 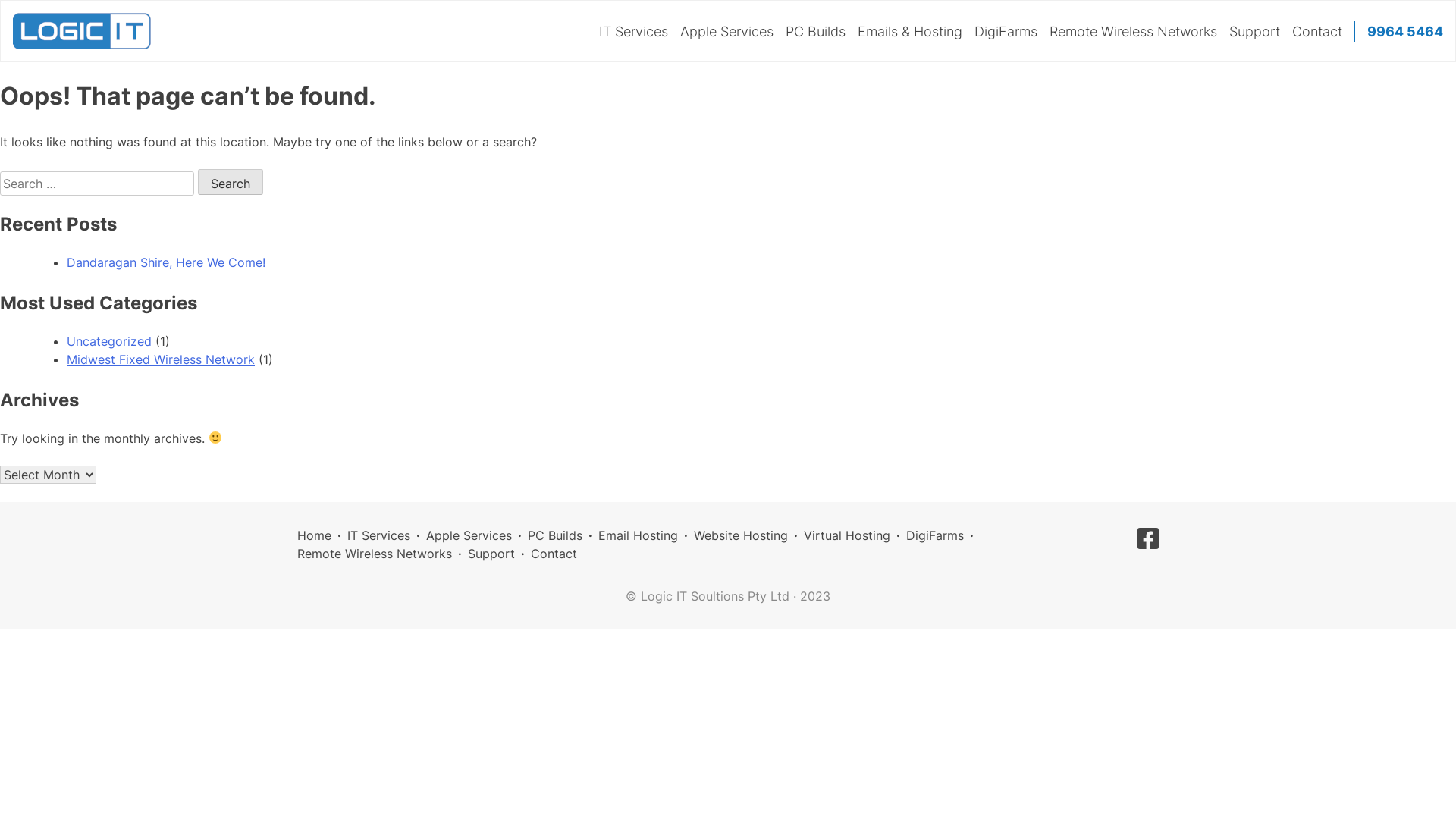 I want to click on 'Home', so click(x=313, y=534).